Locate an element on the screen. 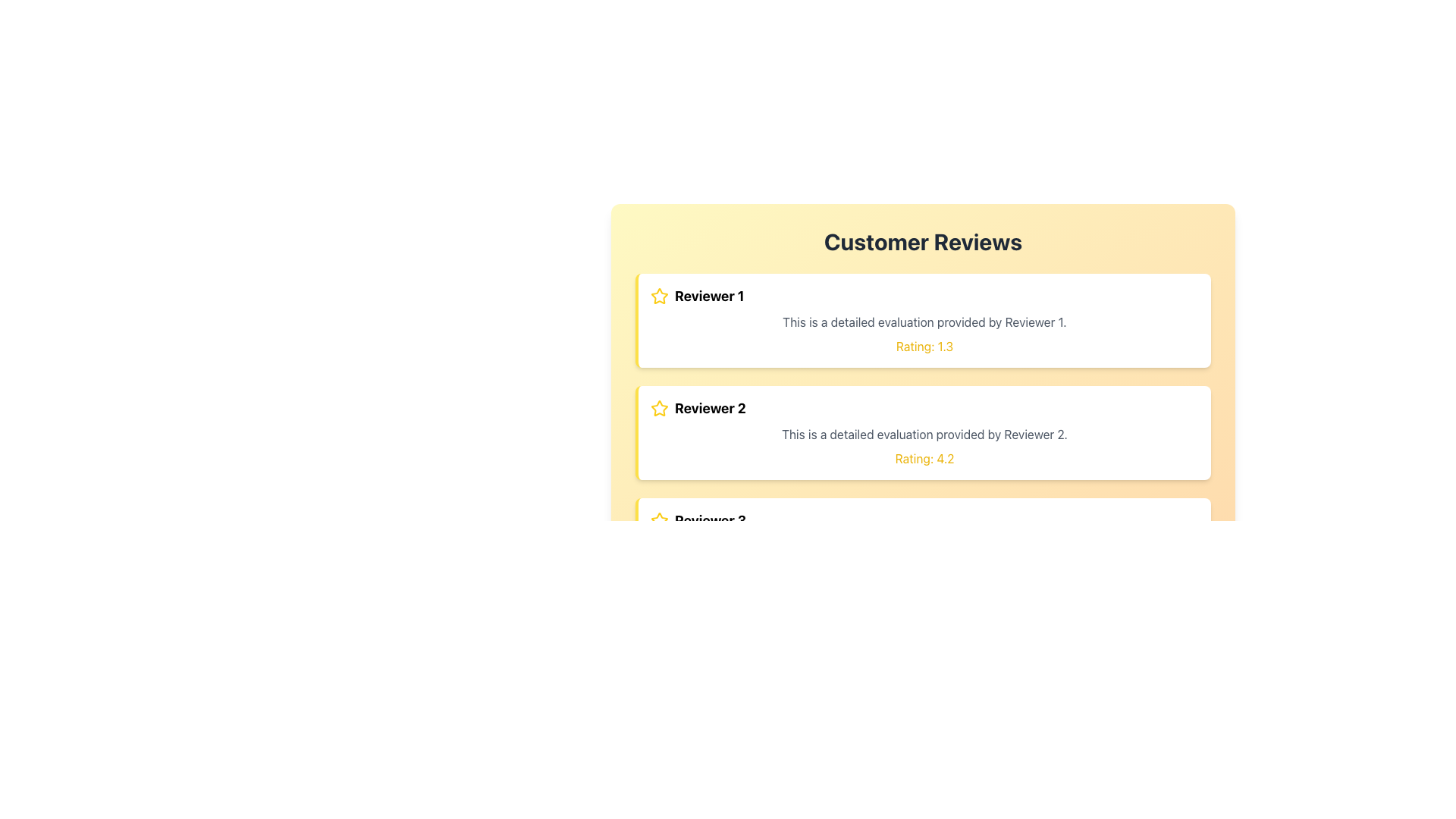 Image resolution: width=1456 pixels, height=819 pixels. the numerical rating Text Label displayed in the second review card, located at the bottom of the card below the review description text is located at coordinates (924, 458).